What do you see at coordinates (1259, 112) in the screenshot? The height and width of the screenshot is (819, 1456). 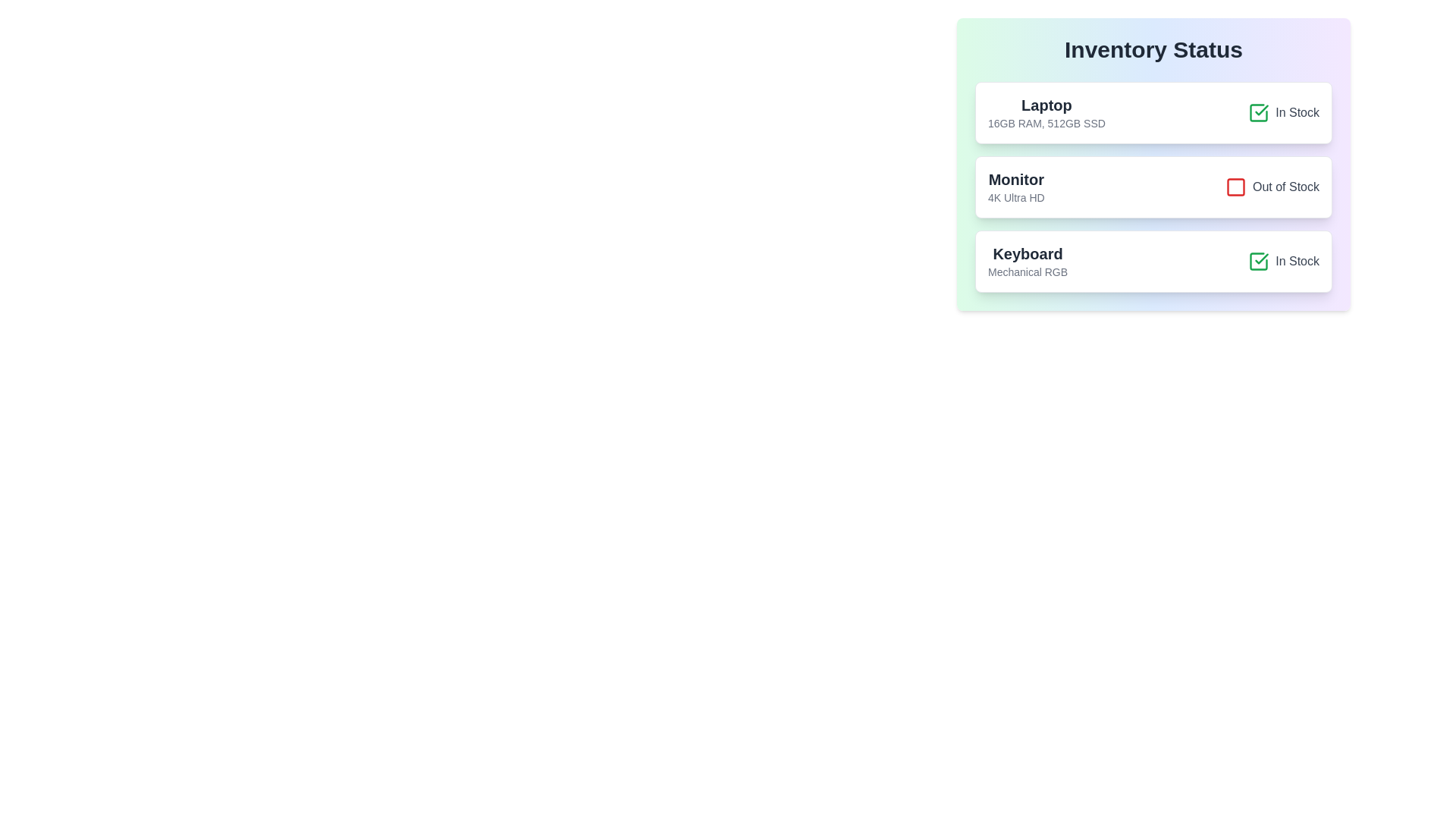 I see `the 'In Stock' icon for the Laptop item` at bounding box center [1259, 112].